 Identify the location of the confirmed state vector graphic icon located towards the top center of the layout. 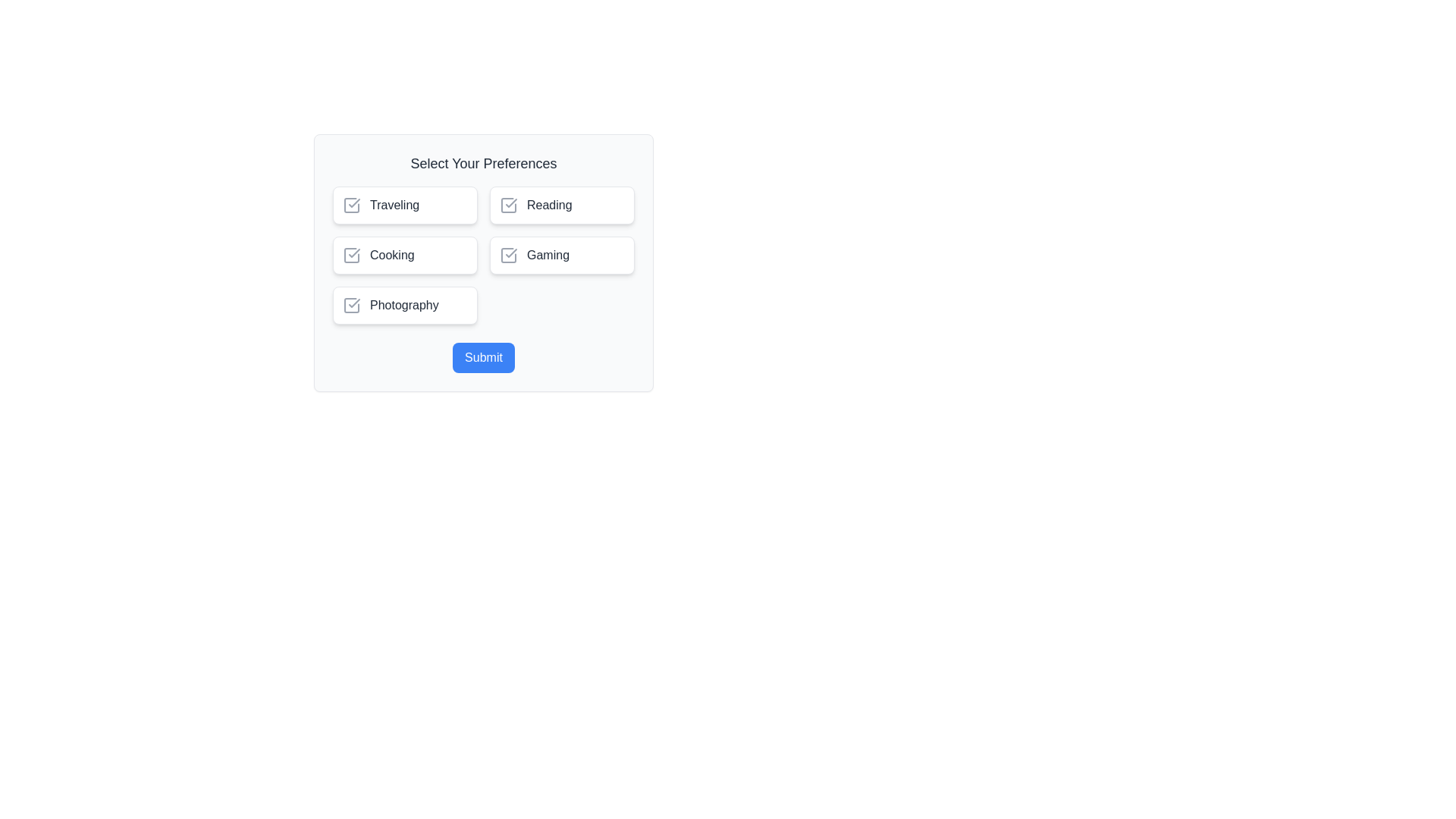
(353, 202).